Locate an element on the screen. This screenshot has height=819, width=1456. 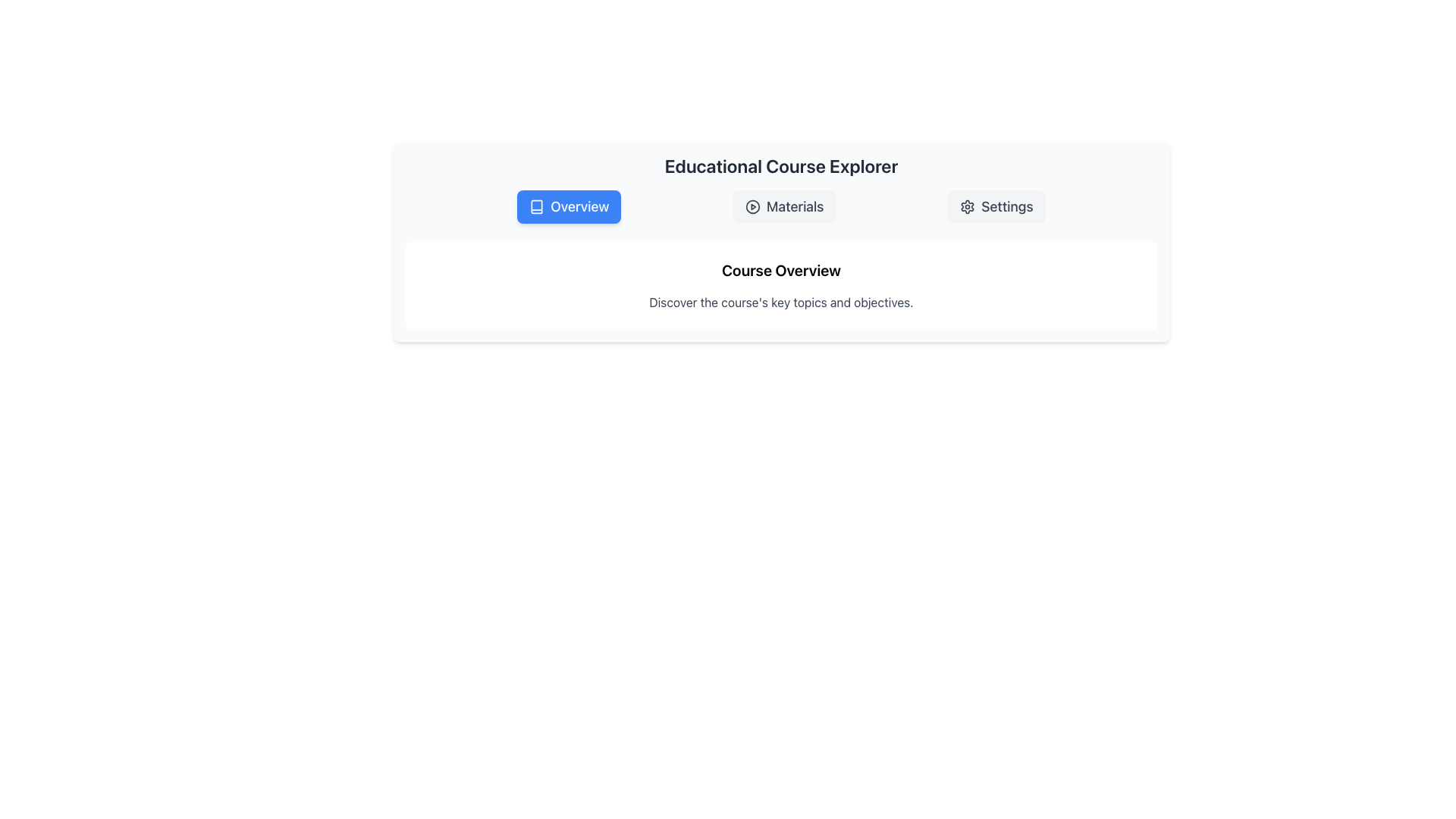
the media-related icon located within the 'Materials' button in the navigation bar is located at coordinates (753, 207).